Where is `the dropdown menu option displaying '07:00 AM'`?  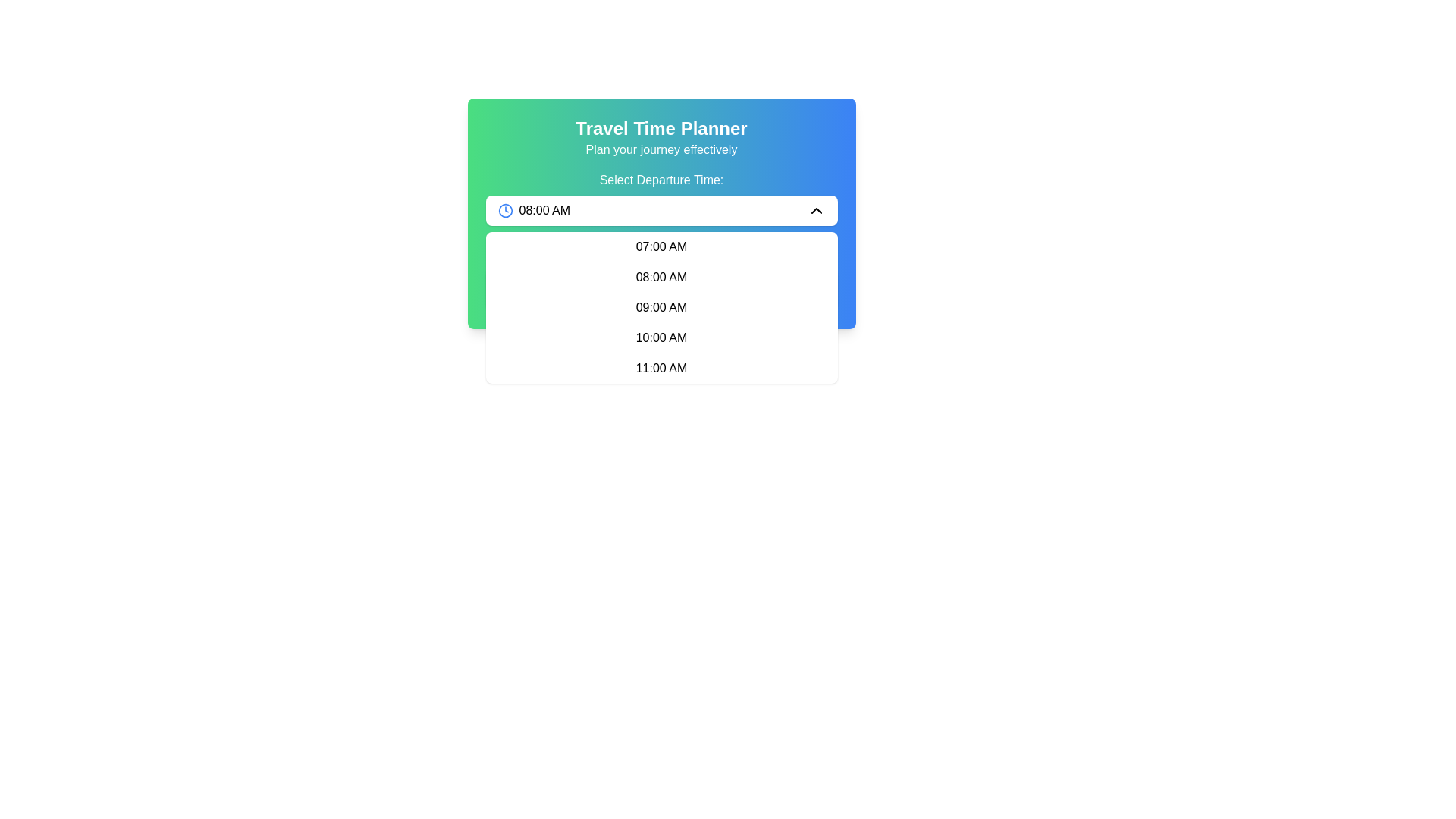
the dropdown menu option displaying '07:00 AM' is located at coordinates (661, 240).